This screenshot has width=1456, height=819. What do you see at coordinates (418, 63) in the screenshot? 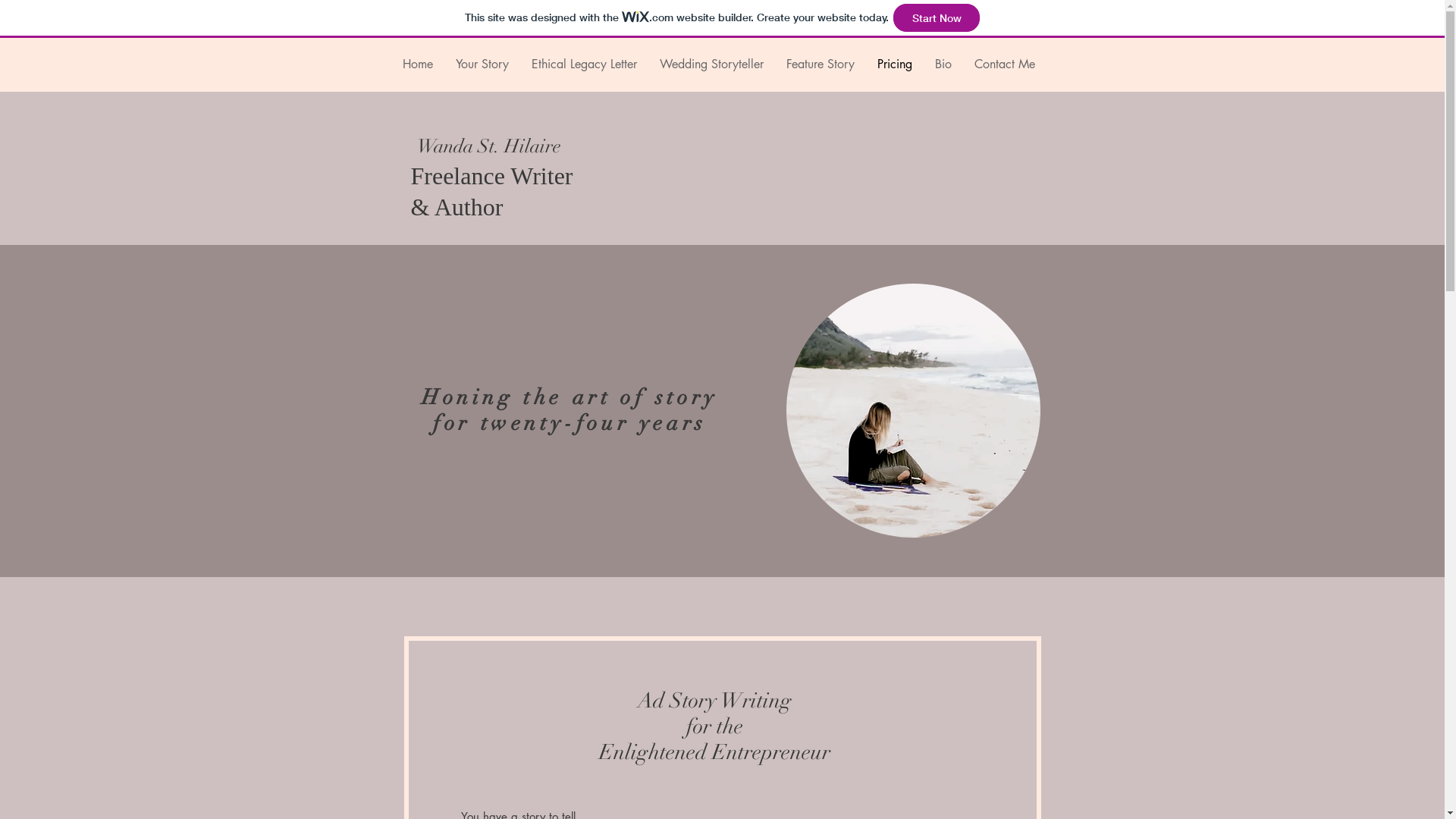
I see `'Home'` at bounding box center [418, 63].